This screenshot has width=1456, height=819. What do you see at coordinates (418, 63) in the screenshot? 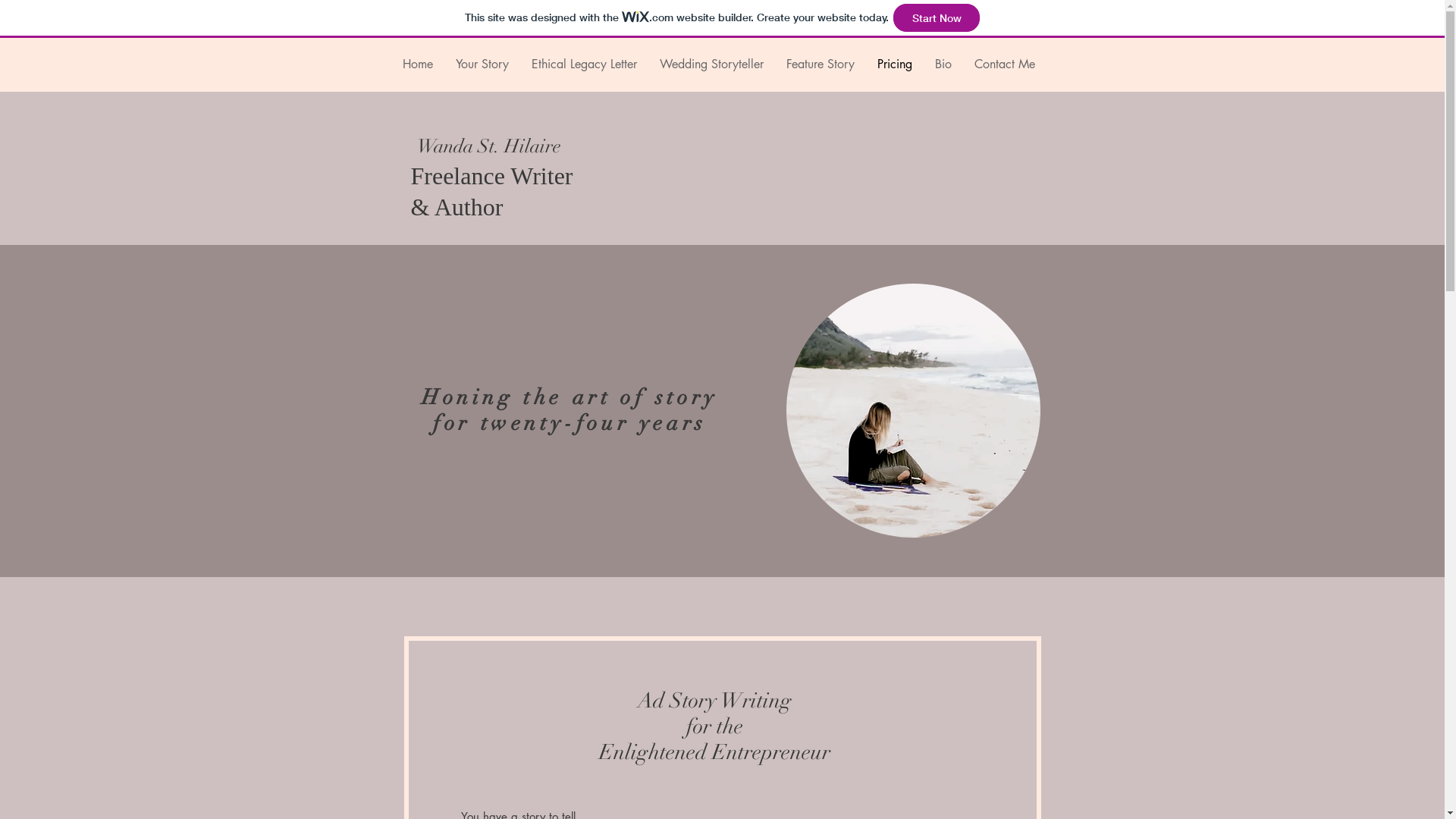
I see `'Home'` at bounding box center [418, 63].